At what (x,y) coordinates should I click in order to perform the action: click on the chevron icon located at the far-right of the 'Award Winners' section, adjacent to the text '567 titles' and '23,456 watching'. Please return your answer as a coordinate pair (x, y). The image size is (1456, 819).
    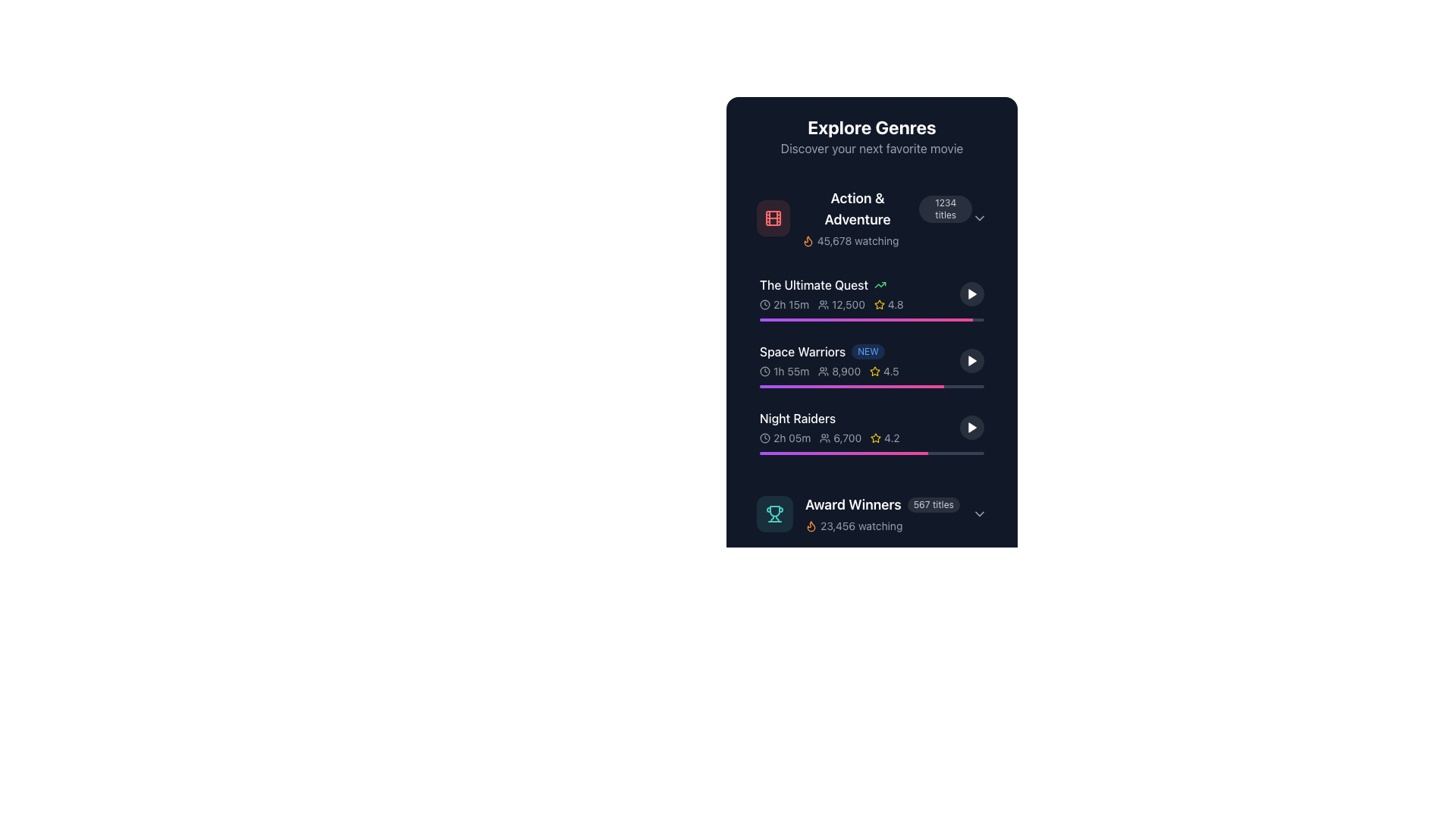
    Looking at the image, I should click on (979, 513).